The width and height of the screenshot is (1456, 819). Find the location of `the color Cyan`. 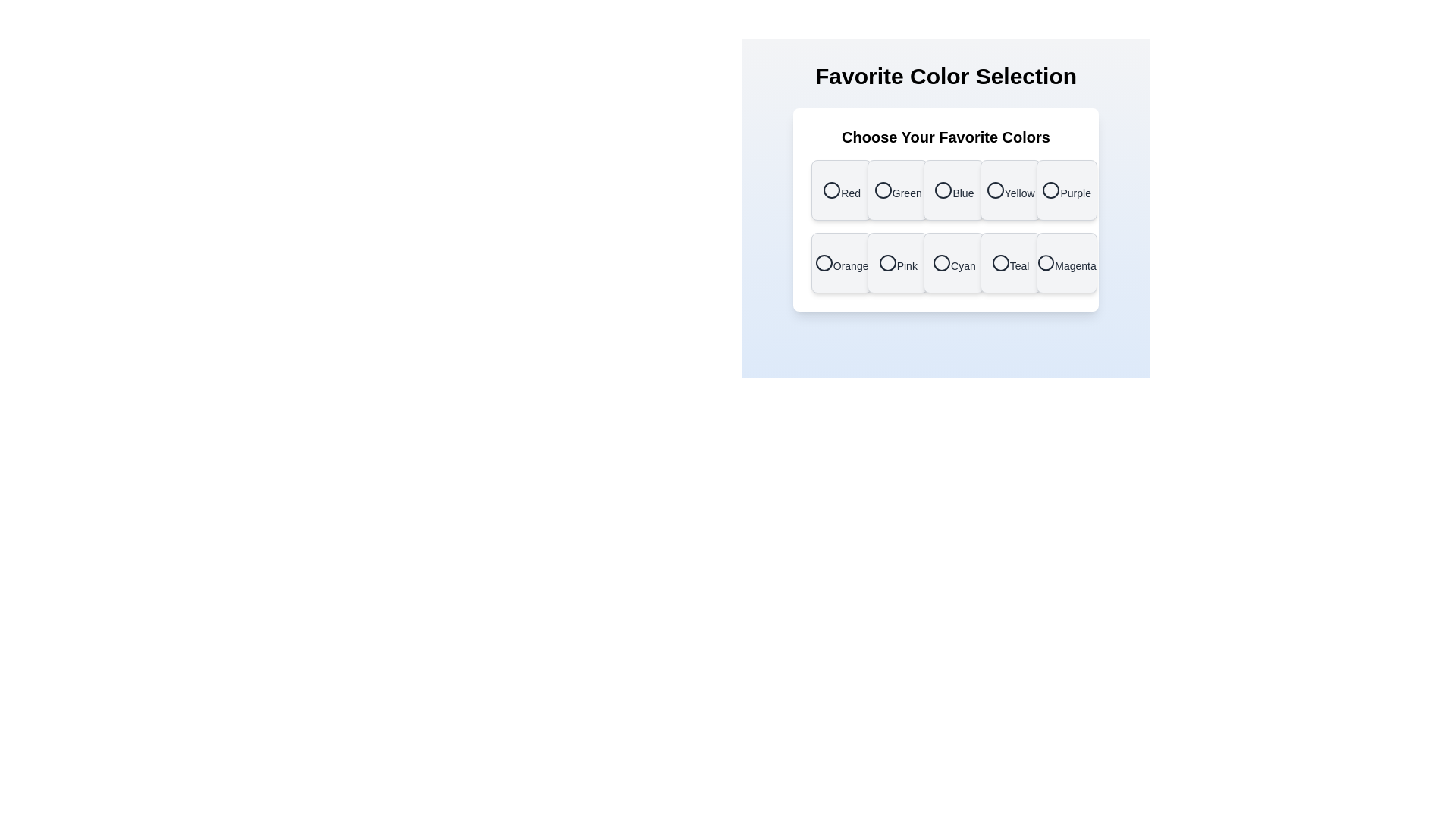

the color Cyan is located at coordinates (953, 262).